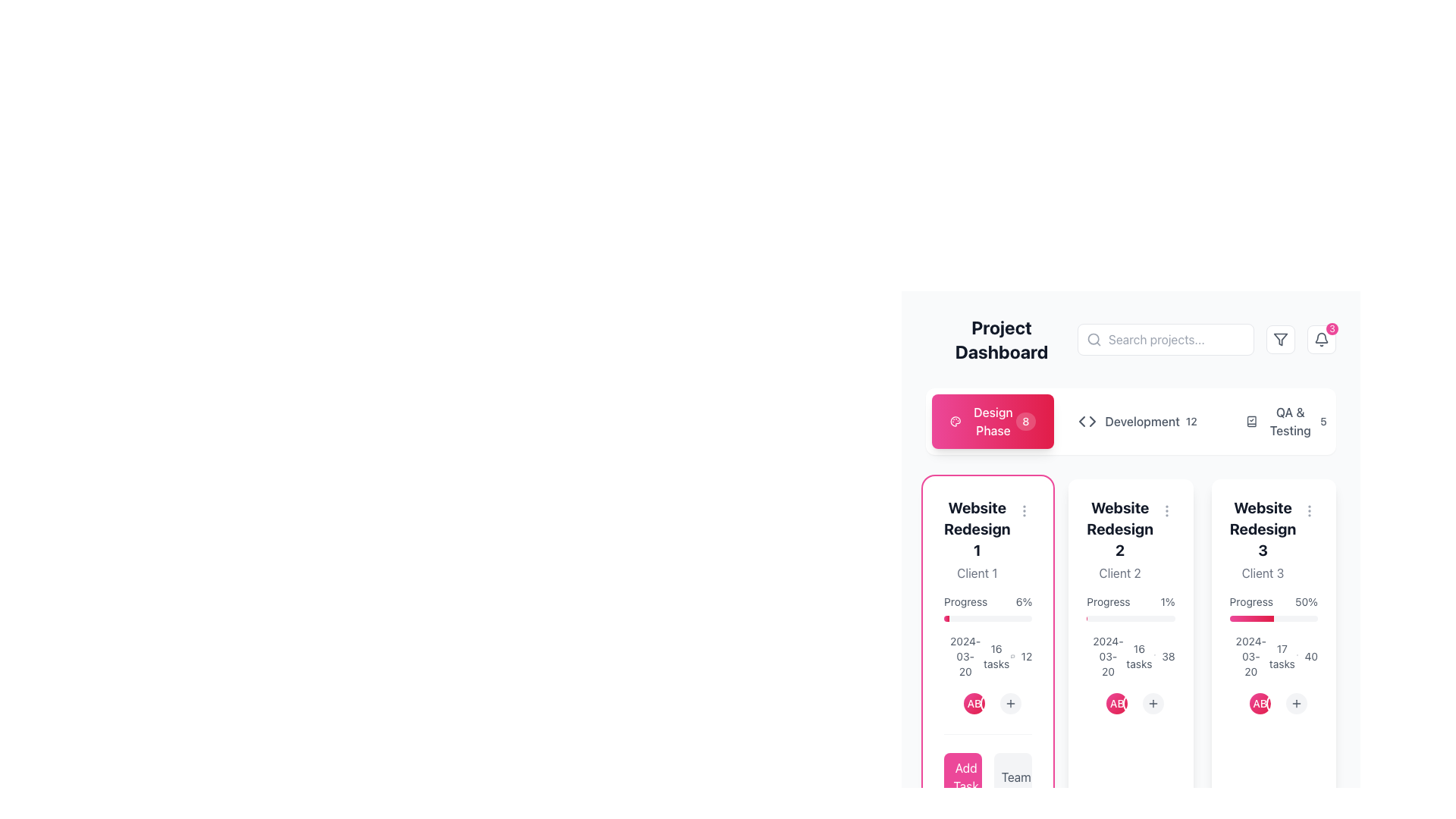 The image size is (1456, 819). What do you see at coordinates (1131, 704) in the screenshot?
I see `the button that allows users to add a member to the 'Website Redesign 2' project, located in the bottom portion of the card component` at bounding box center [1131, 704].